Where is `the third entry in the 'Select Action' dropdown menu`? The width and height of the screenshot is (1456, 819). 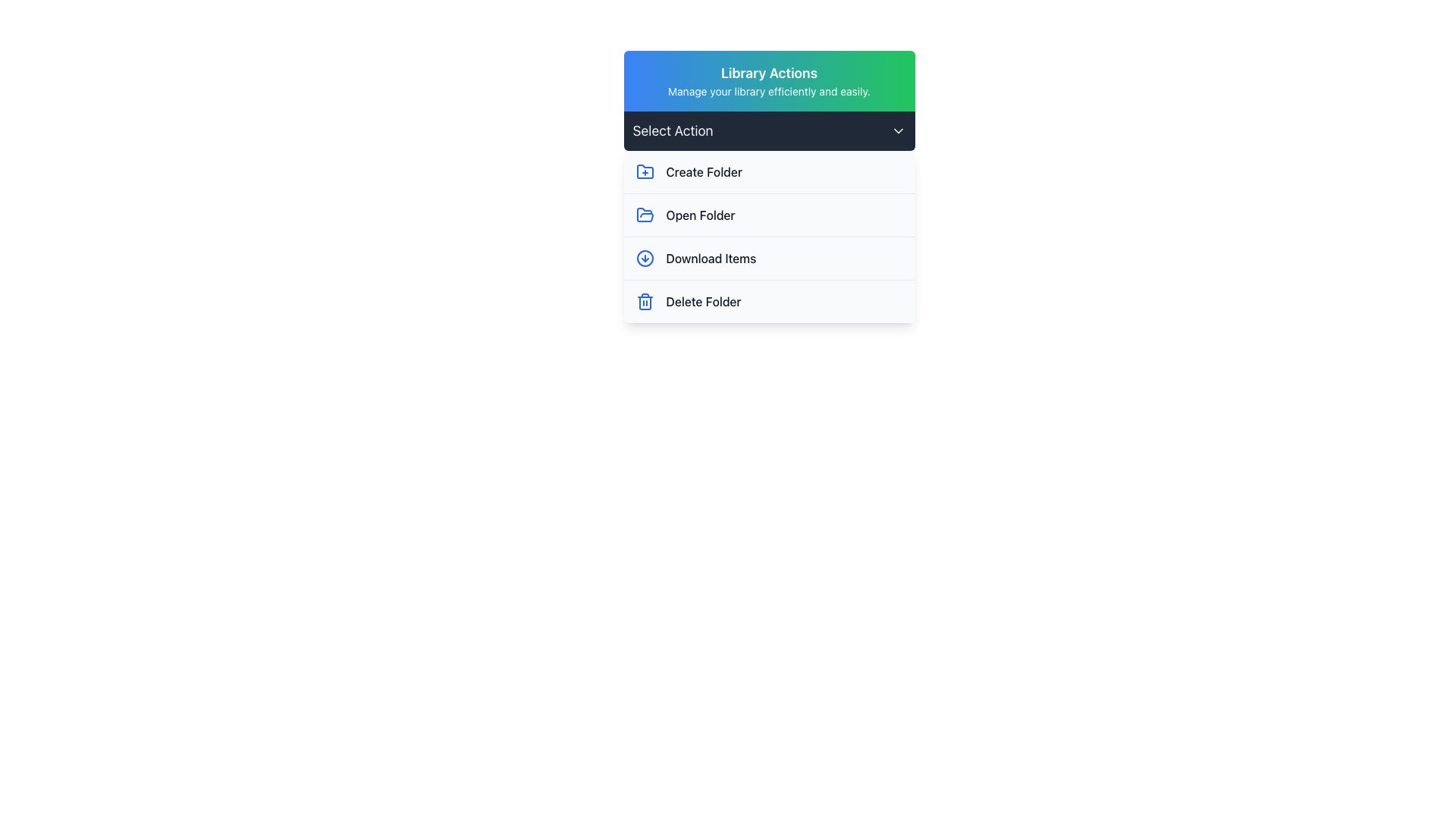
the third entry in the 'Select Action' dropdown menu is located at coordinates (769, 257).